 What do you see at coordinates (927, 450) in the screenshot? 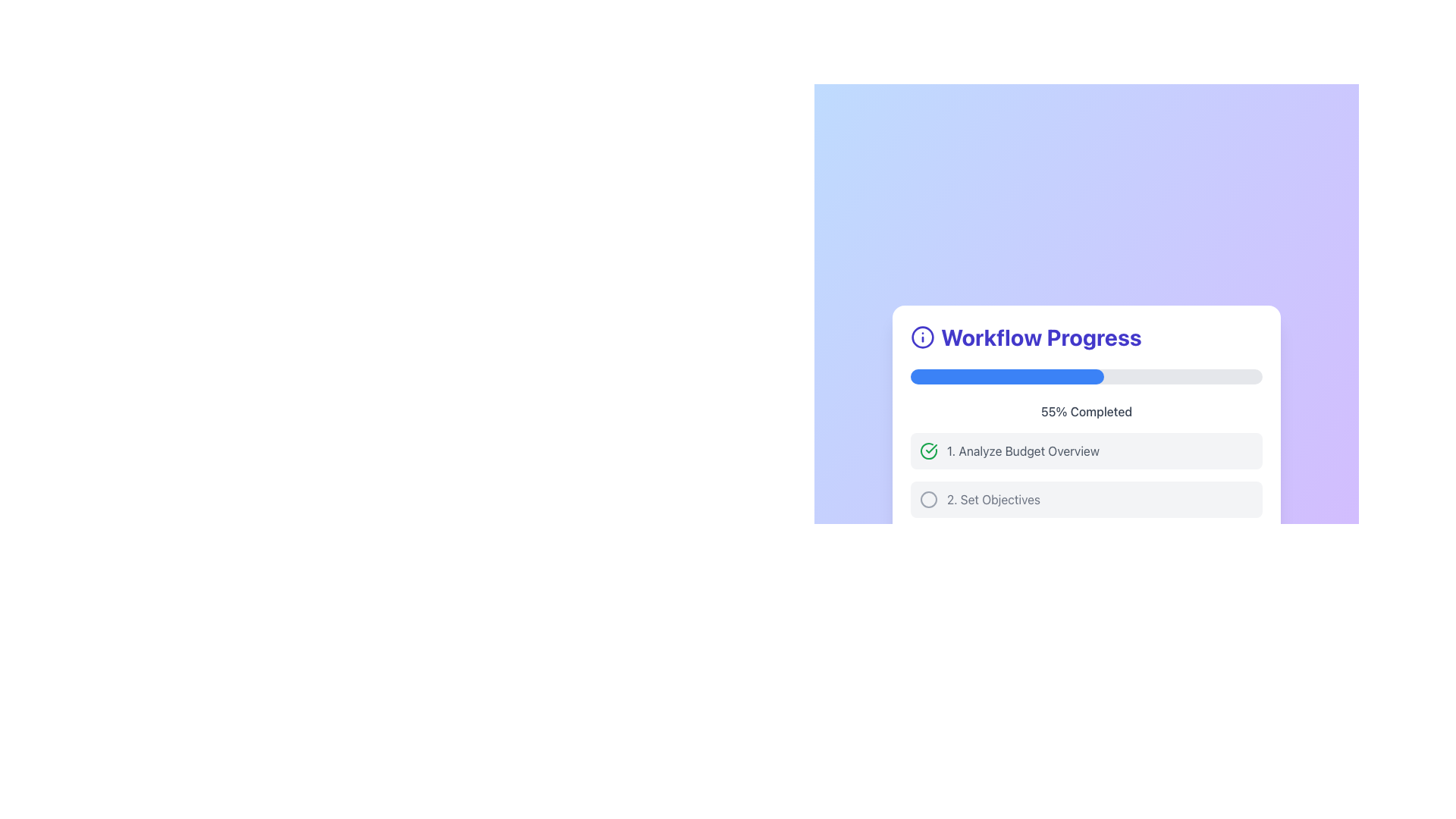
I see `the green circular checkmark icon` at bounding box center [927, 450].